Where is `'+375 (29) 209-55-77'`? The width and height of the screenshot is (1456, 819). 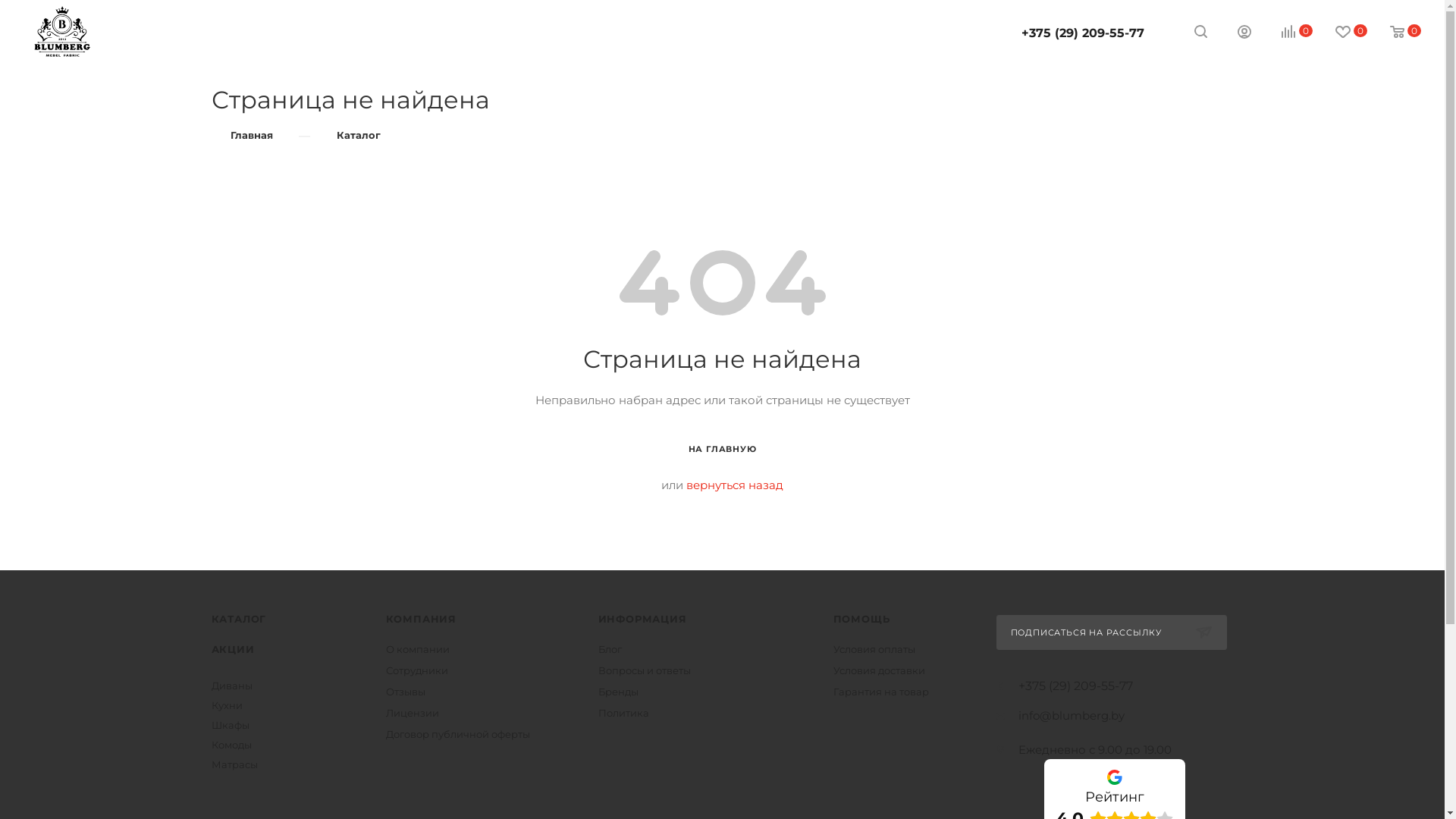 '+375 (29) 209-55-77' is located at coordinates (1074, 686).